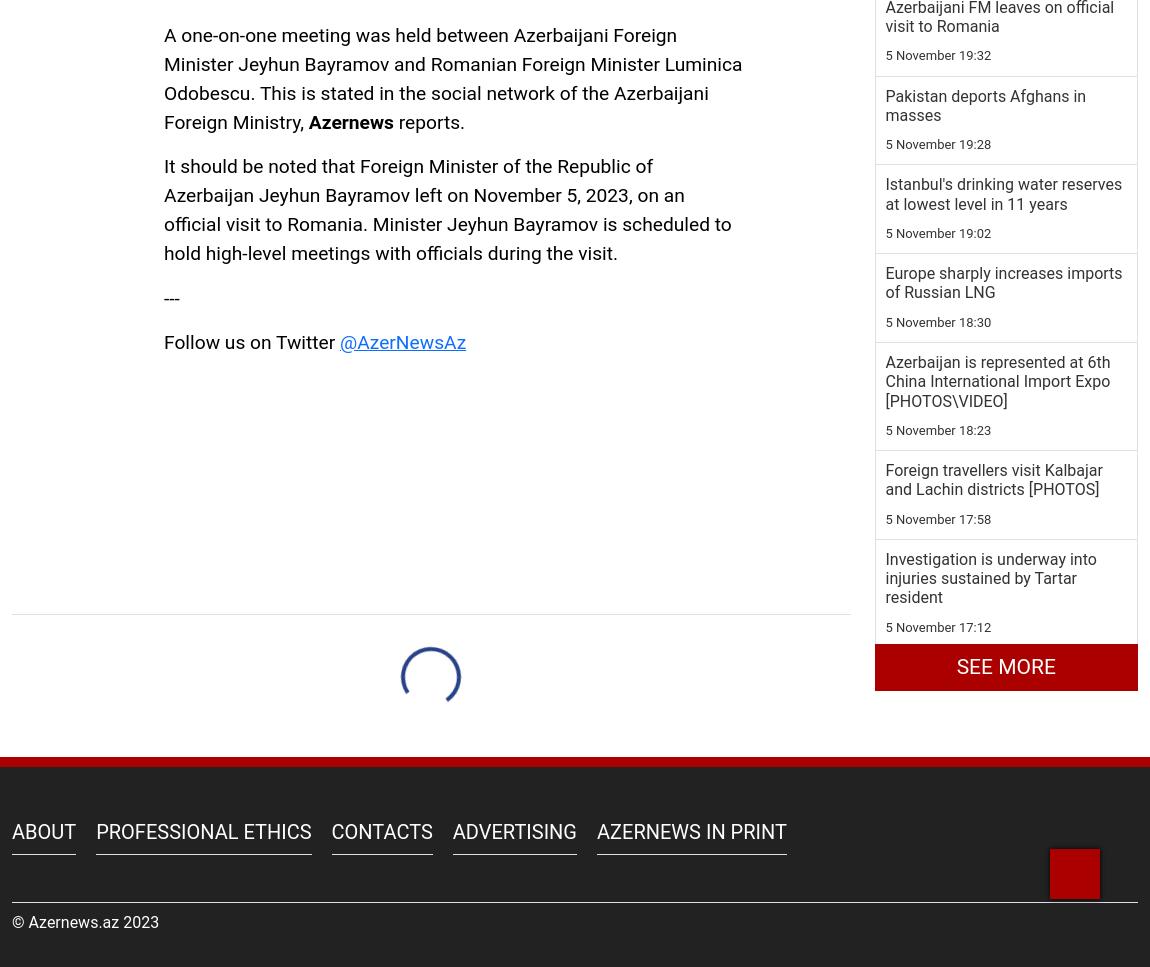  Describe the element at coordinates (885, 627) in the screenshot. I see `'Azerbaijan, Pakistan's joint ventures in pharmaceutical industry look promising'` at that location.